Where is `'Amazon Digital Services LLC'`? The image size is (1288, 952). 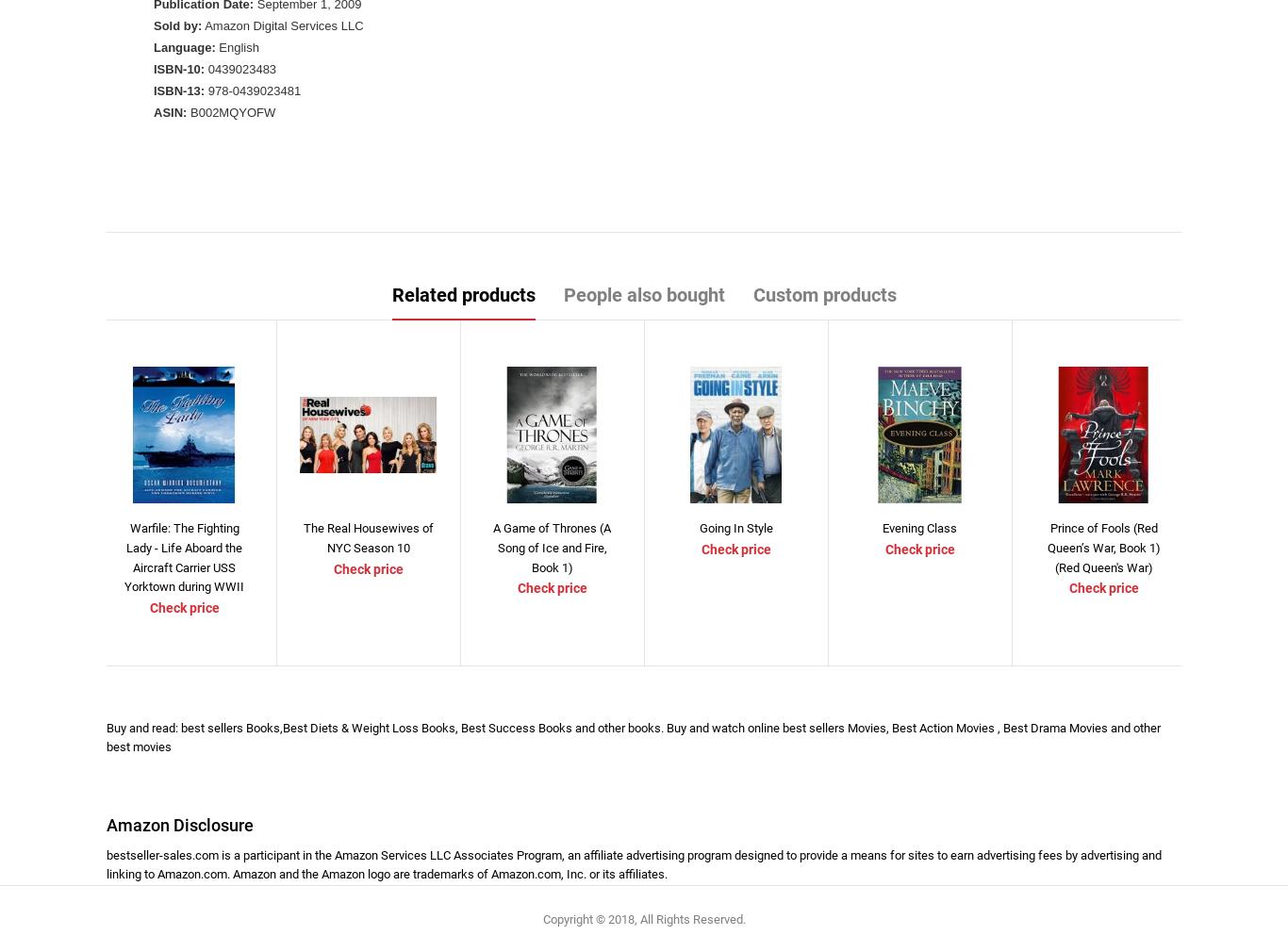
'Amazon Digital Services LLC' is located at coordinates (201, 25).